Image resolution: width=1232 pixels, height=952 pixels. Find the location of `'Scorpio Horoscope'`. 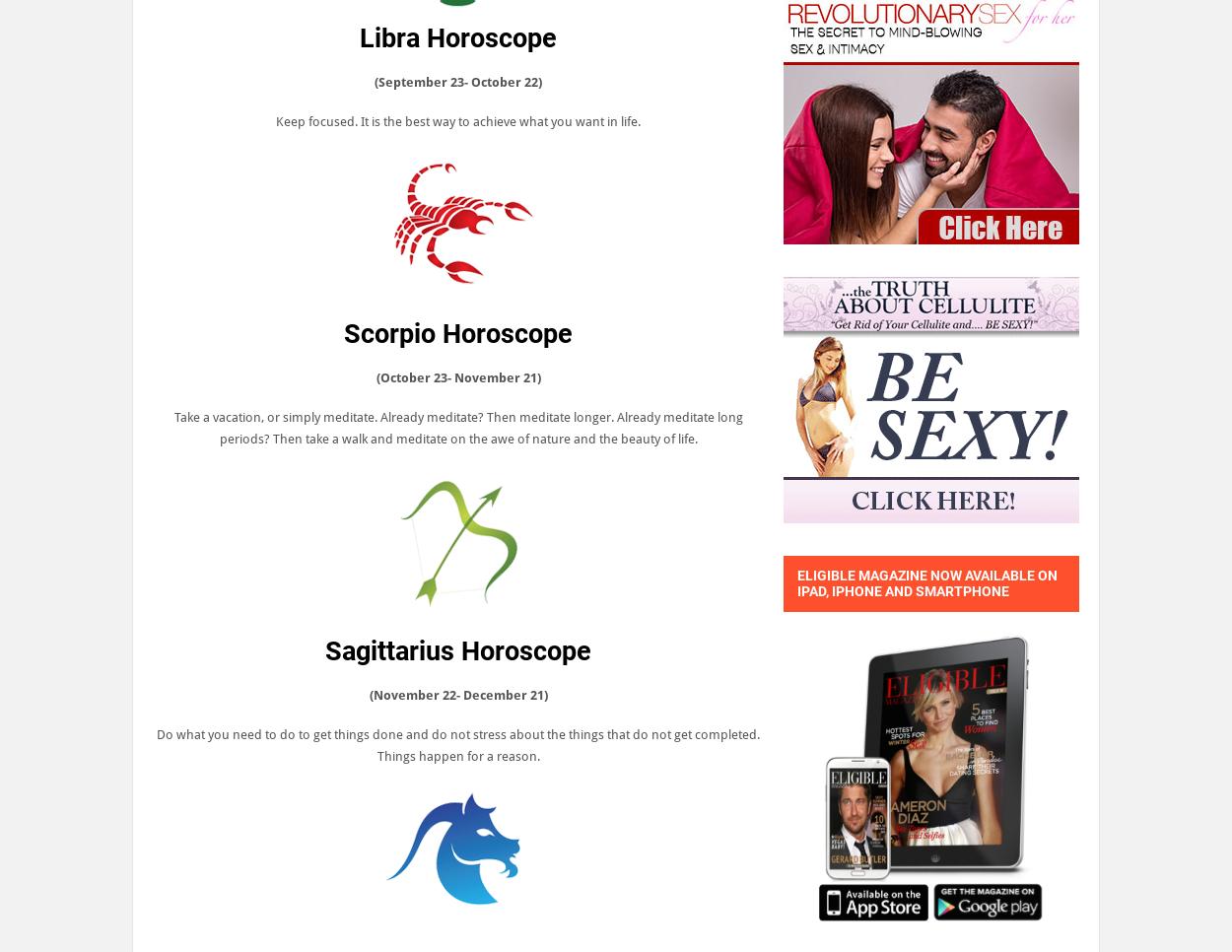

'Scorpio Horoscope' is located at coordinates (343, 333).